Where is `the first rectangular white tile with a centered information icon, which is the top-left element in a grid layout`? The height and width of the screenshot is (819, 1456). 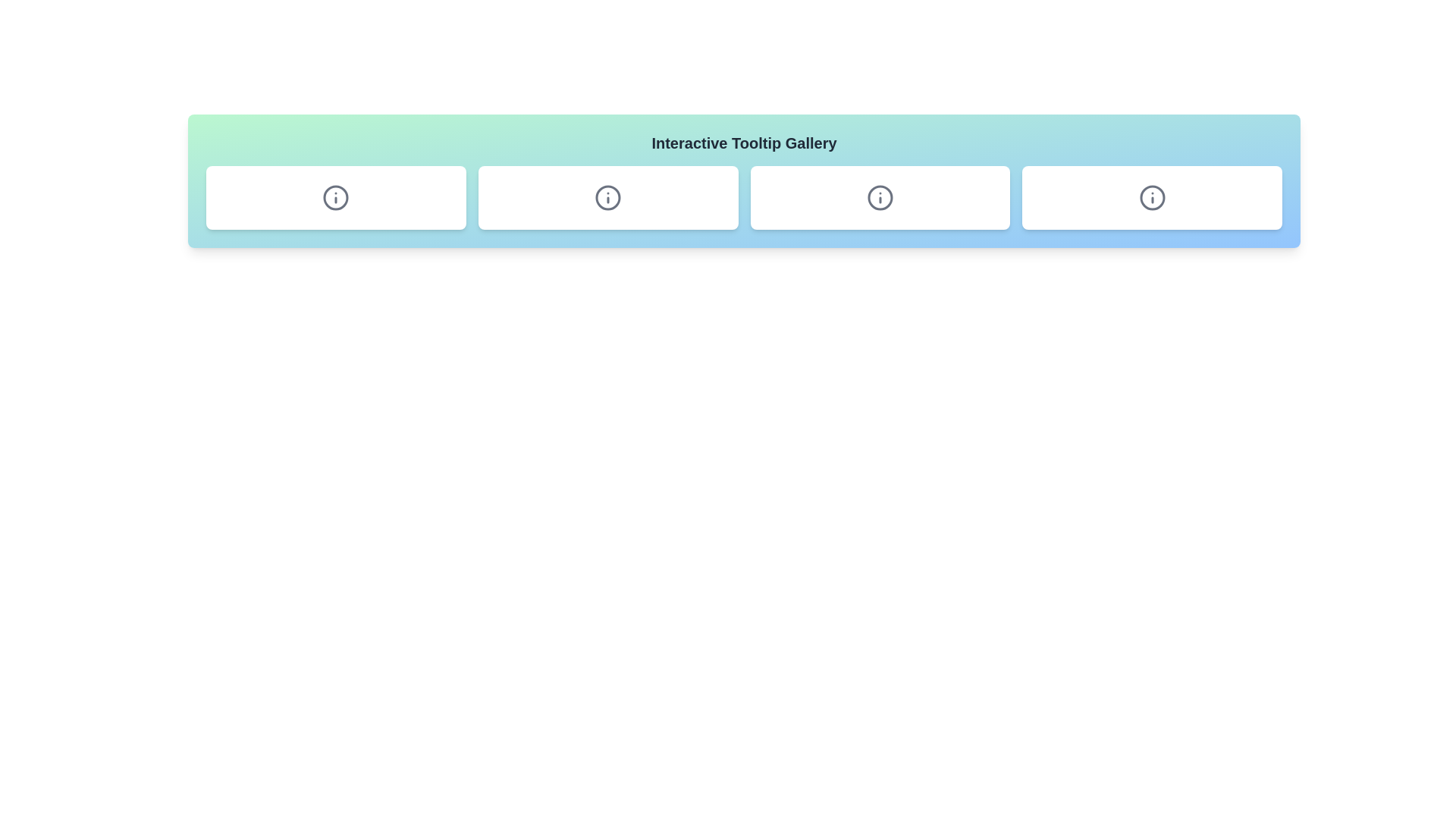 the first rectangular white tile with a centered information icon, which is the top-left element in a grid layout is located at coordinates (335, 197).